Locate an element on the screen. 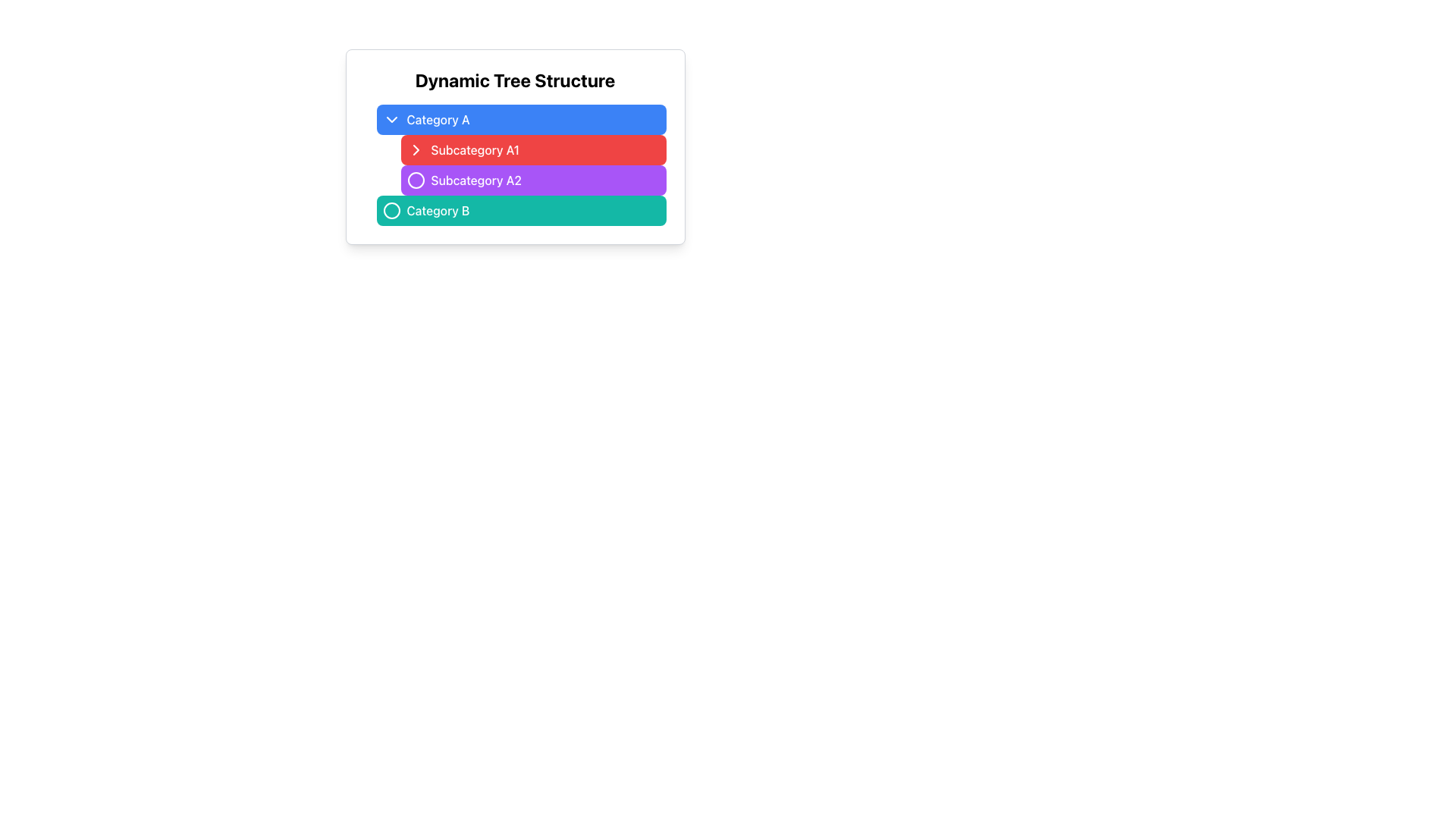 Image resolution: width=1456 pixels, height=819 pixels. the blue button labeled 'Category A' which contains the text label 'Category A' for interaction is located at coordinates (438, 119).